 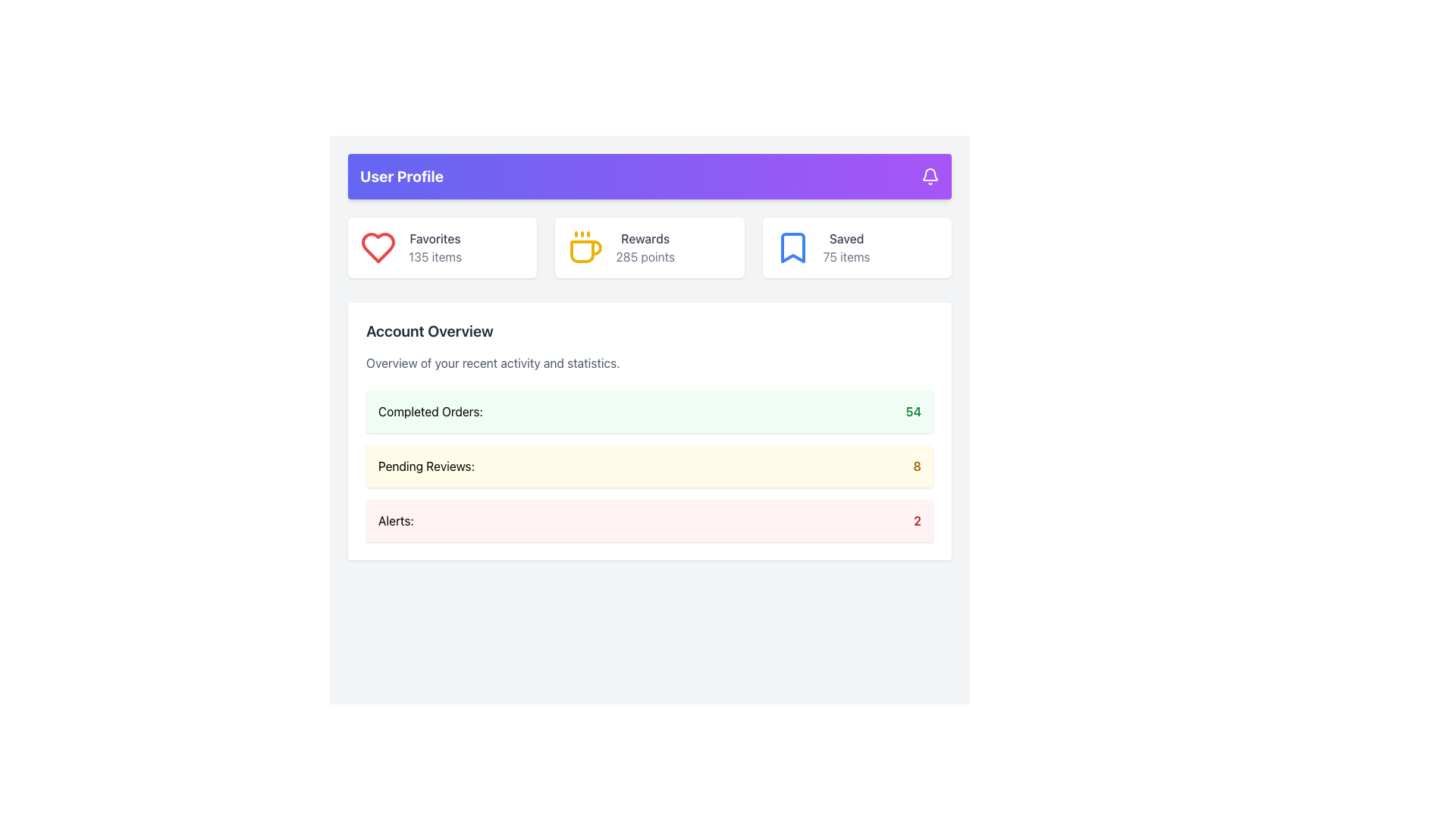 I want to click on the text label displaying 'Rewards', which is part of a larger component that includes '285 points', located under the purple header bar in the upper section of the interface, so click(x=645, y=239).